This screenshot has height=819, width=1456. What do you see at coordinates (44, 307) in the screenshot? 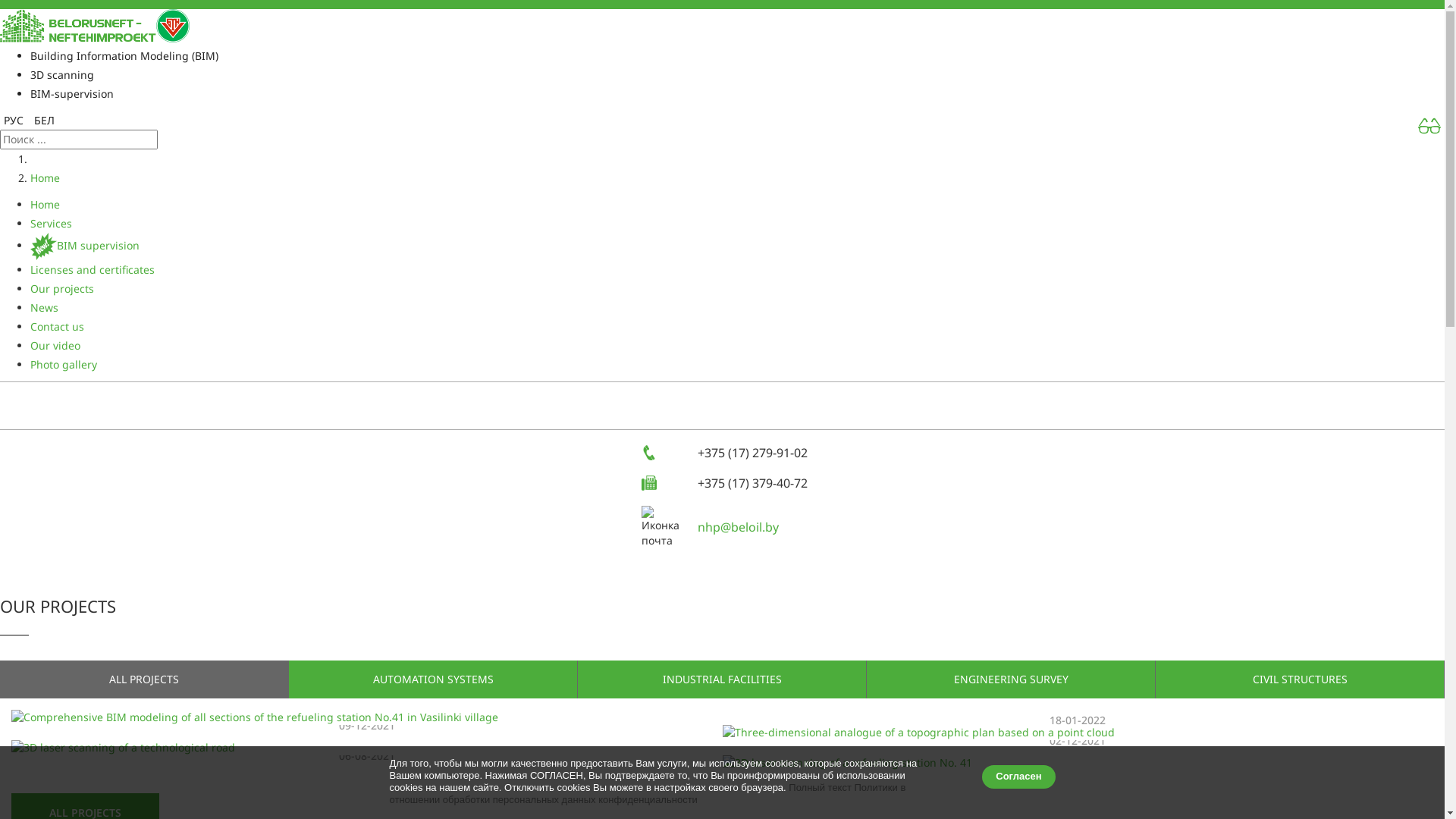
I see `'News'` at bounding box center [44, 307].